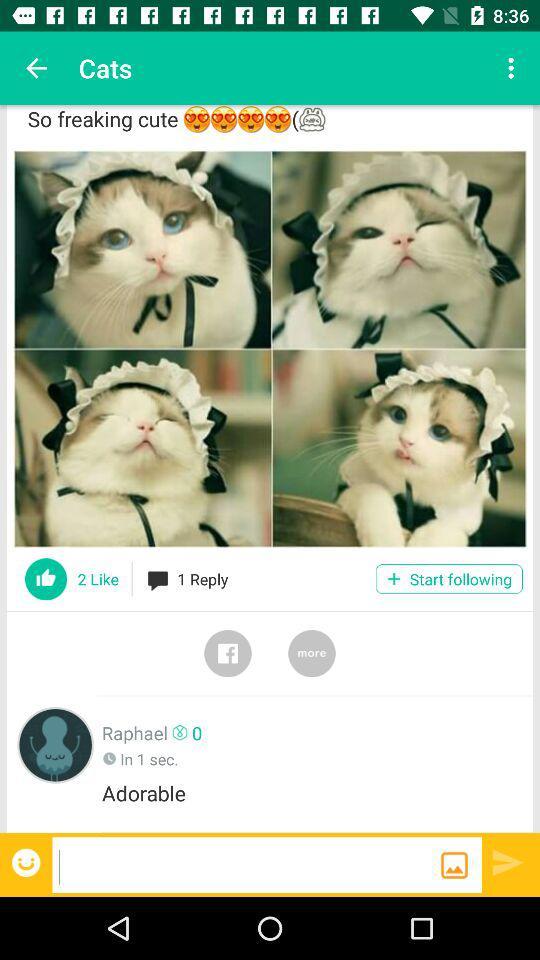 The image size is (540, 960). I want to click on click on commenter 's photo icon, so click(55, 744).